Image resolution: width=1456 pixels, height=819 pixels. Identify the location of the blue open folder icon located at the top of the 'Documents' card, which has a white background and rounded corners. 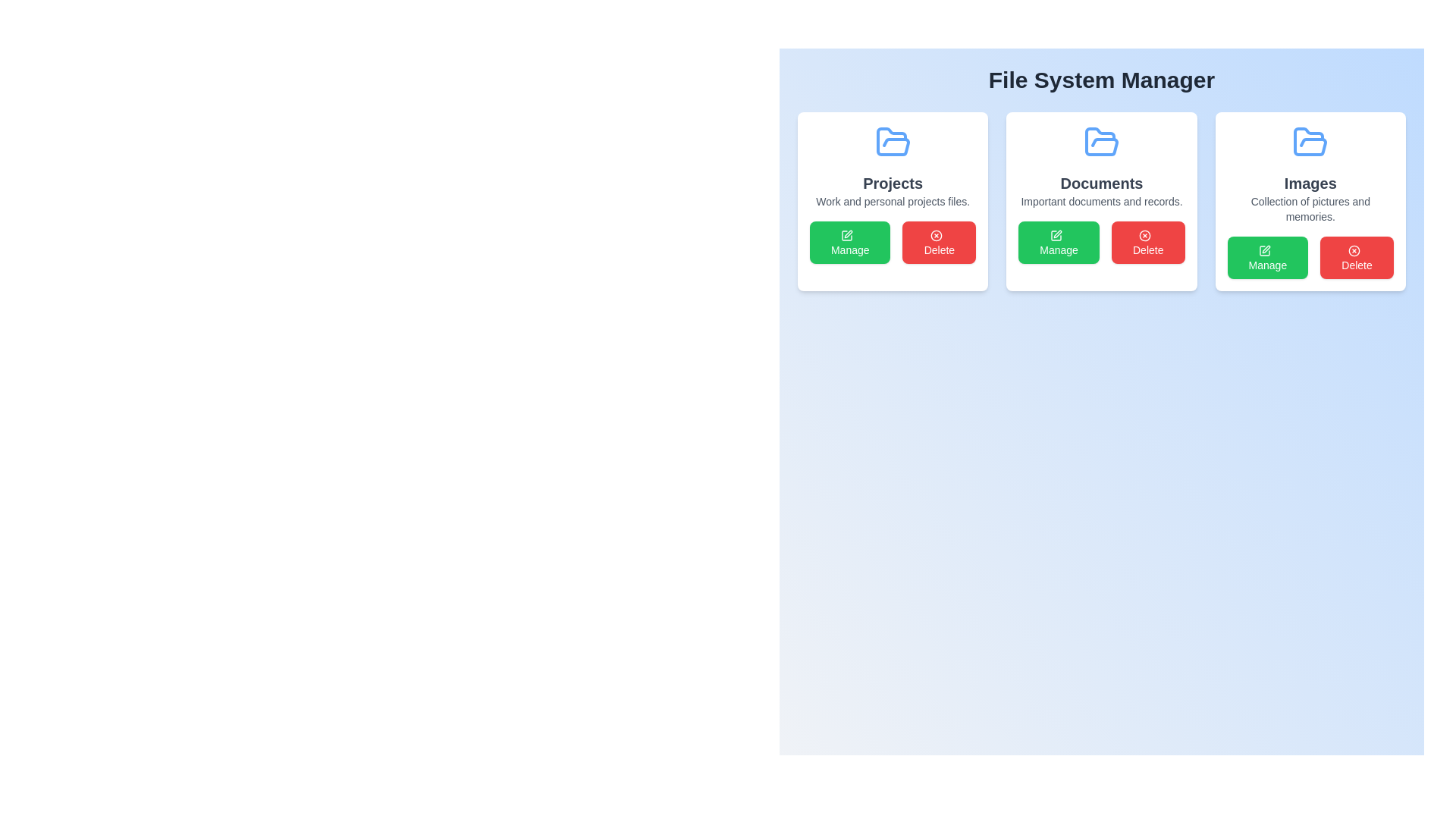
(1102, 143).